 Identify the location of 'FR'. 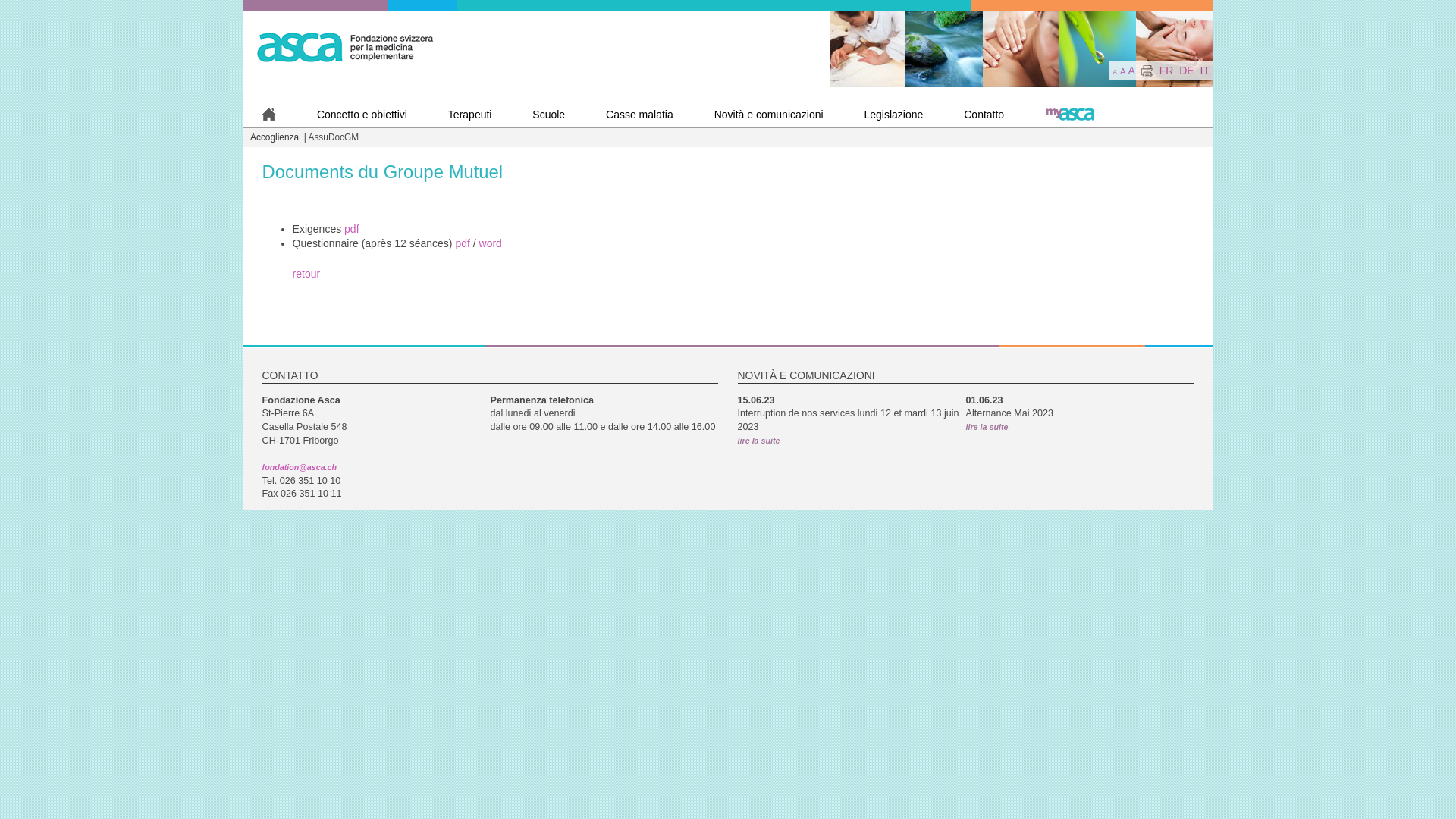
(1159, 70).